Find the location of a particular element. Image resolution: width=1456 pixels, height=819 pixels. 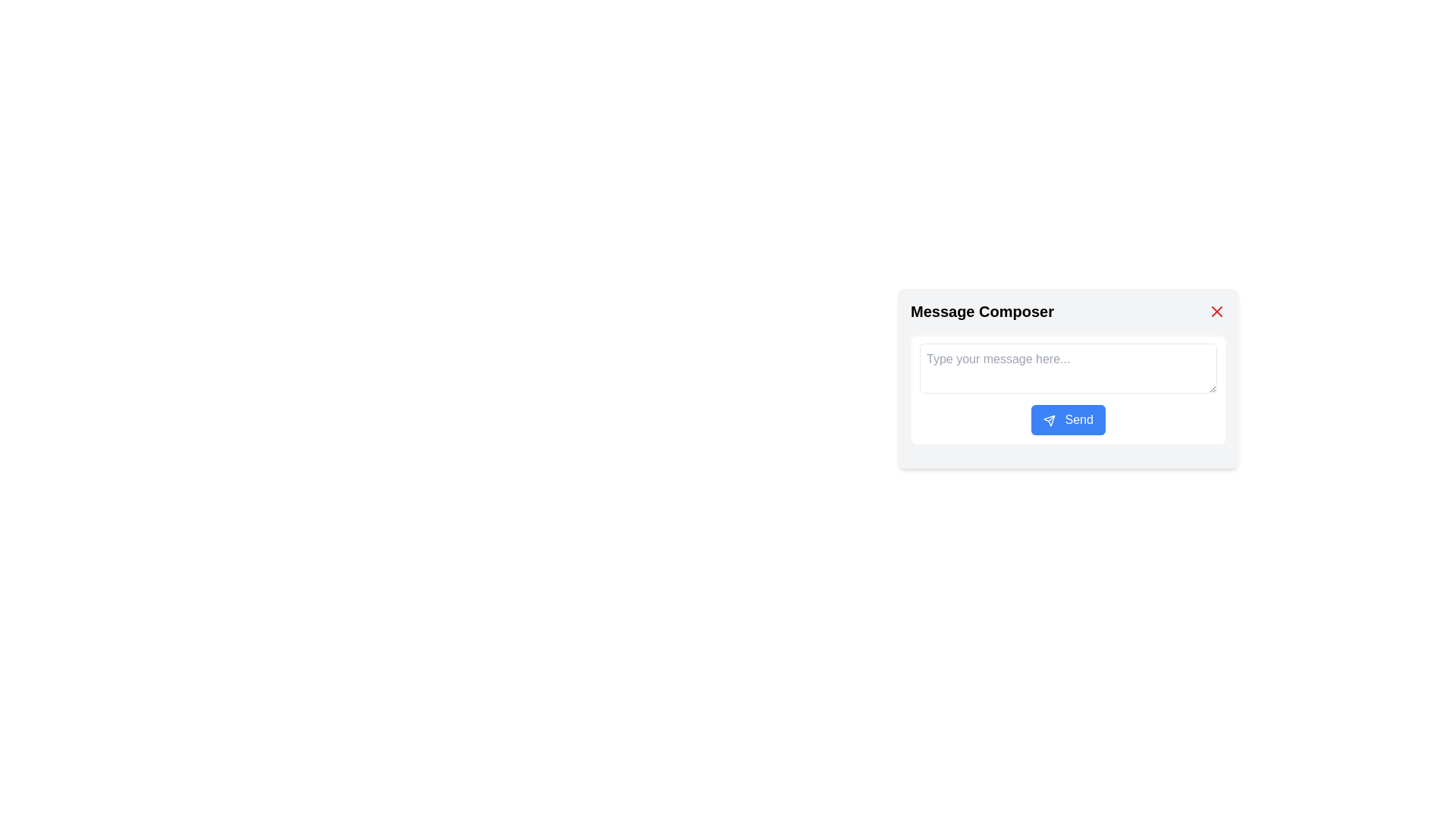

the triangular send icon located to the left of the 'Send' button within the 'Message Composer' modal is located at coordinates (1049, 420).